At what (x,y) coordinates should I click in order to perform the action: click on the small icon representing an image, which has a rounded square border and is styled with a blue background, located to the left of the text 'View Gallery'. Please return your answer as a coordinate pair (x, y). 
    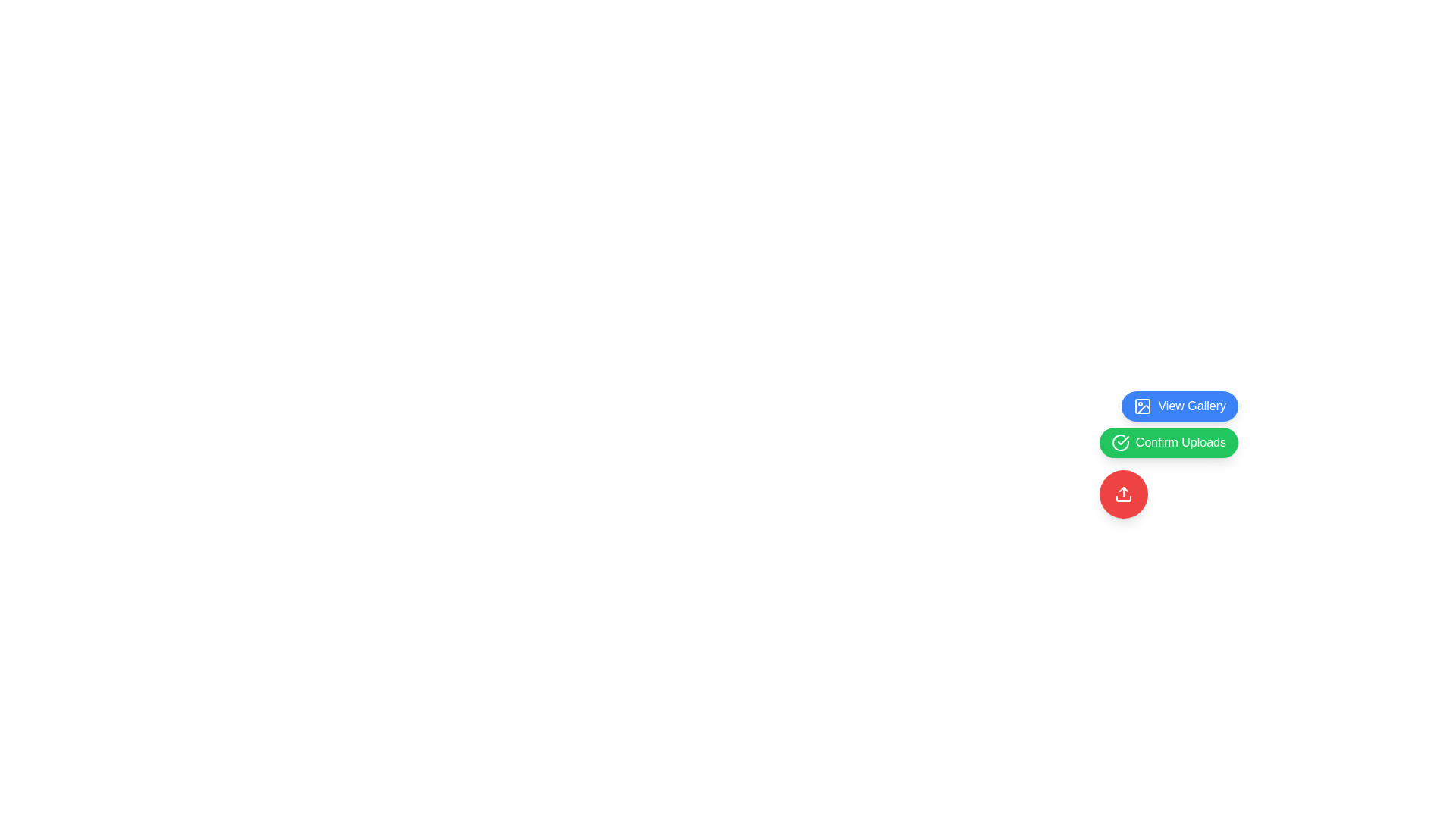
    Looking at the image, I should click on (1143, 406).